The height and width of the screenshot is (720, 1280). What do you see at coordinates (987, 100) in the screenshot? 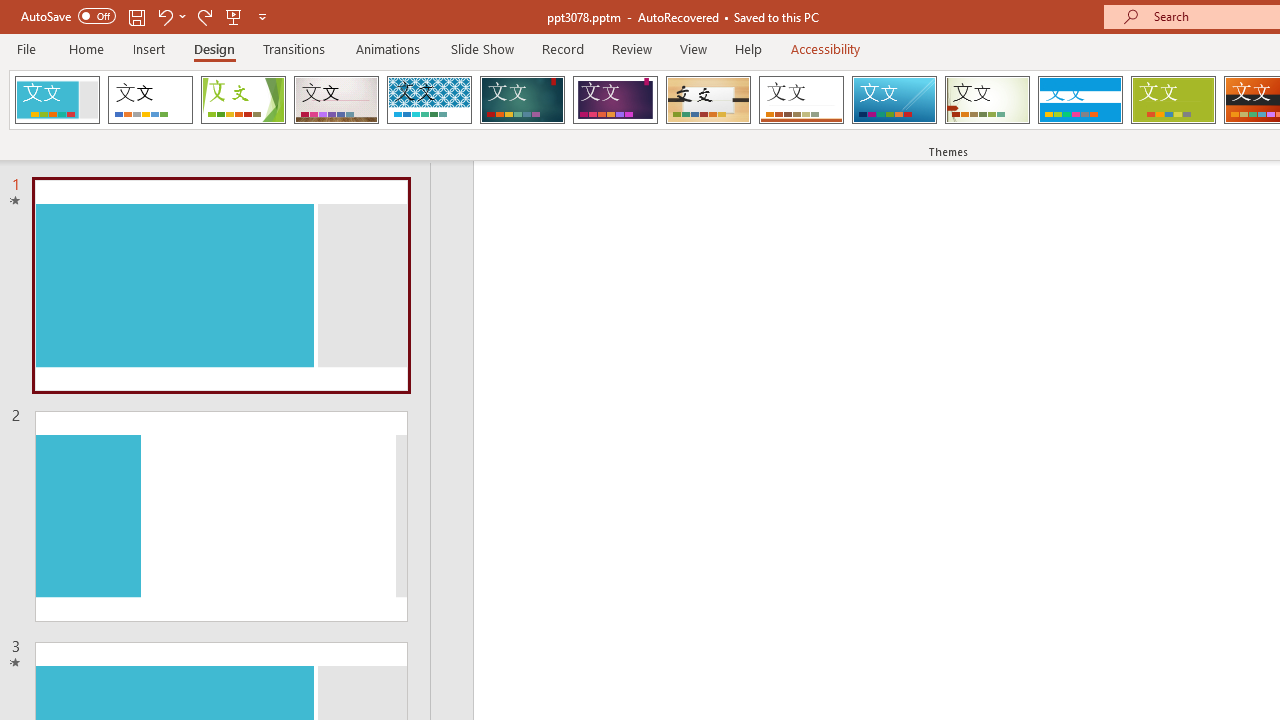
I see `'Wisp'` at bounding box center [987, 100].